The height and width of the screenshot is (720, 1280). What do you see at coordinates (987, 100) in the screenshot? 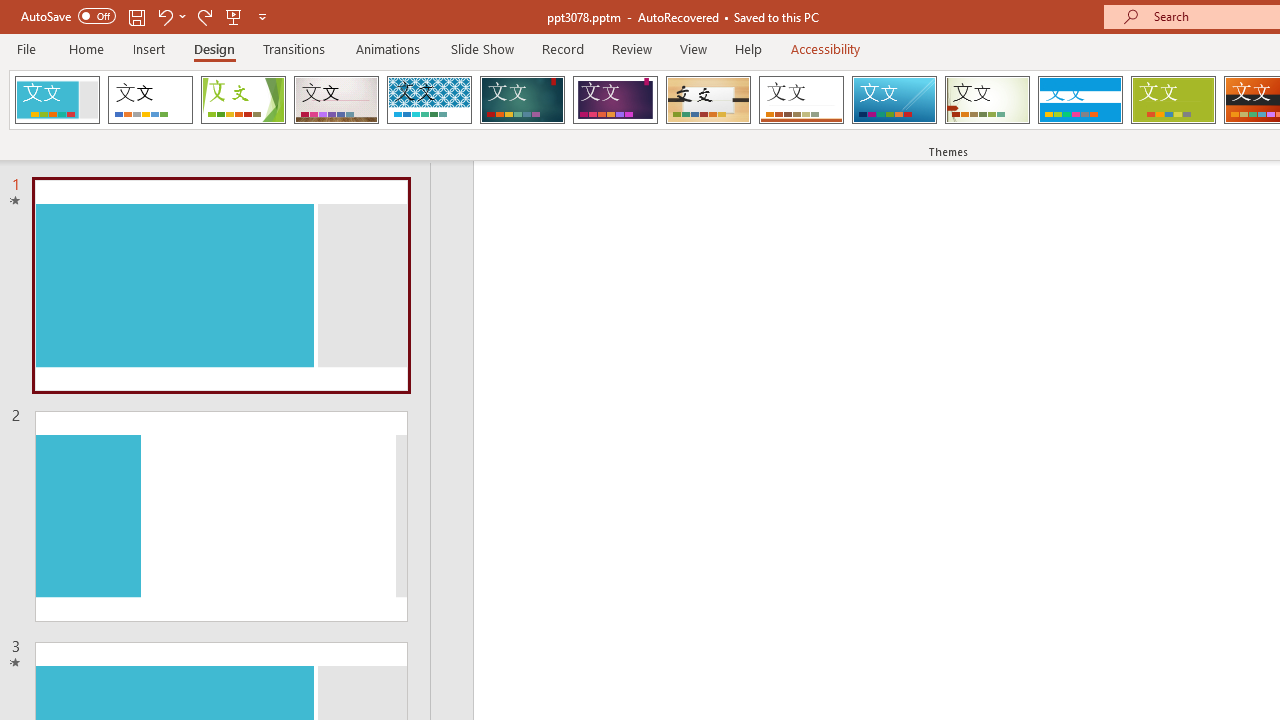
I see `'Wisp'` at bounding box center [987, 100].